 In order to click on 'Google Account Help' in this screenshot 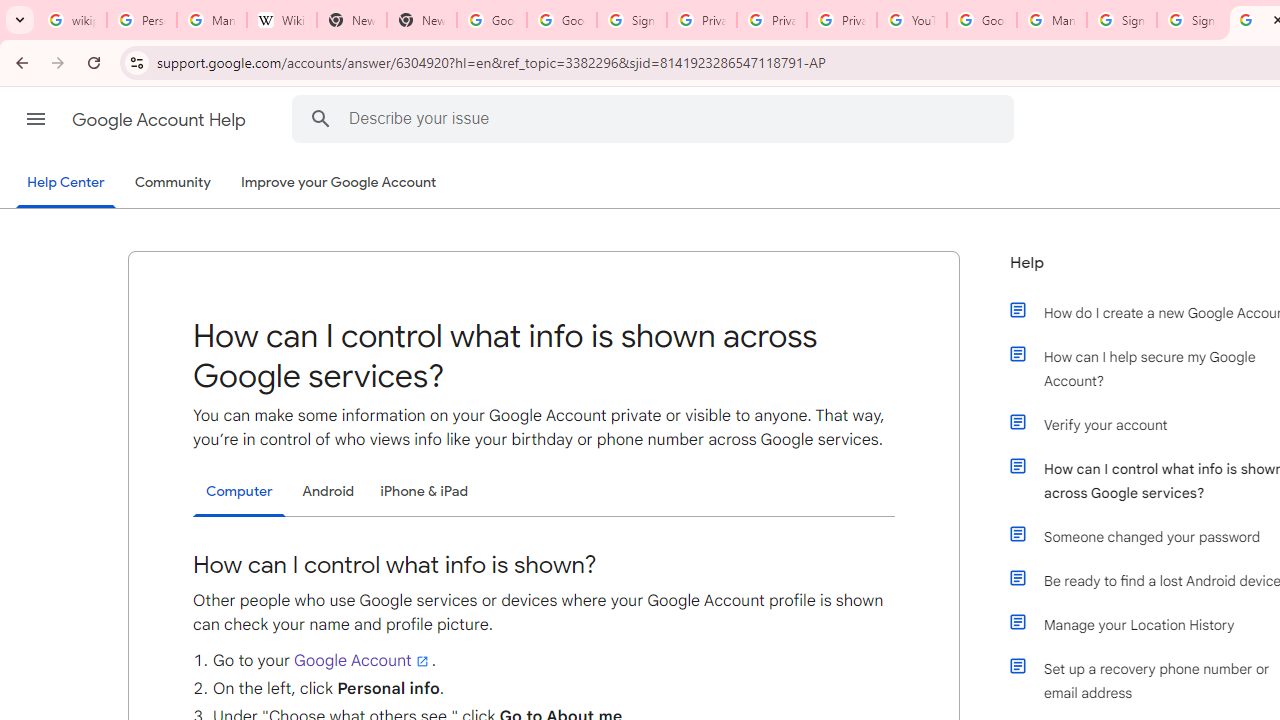, I will do `click(160, 119)`.